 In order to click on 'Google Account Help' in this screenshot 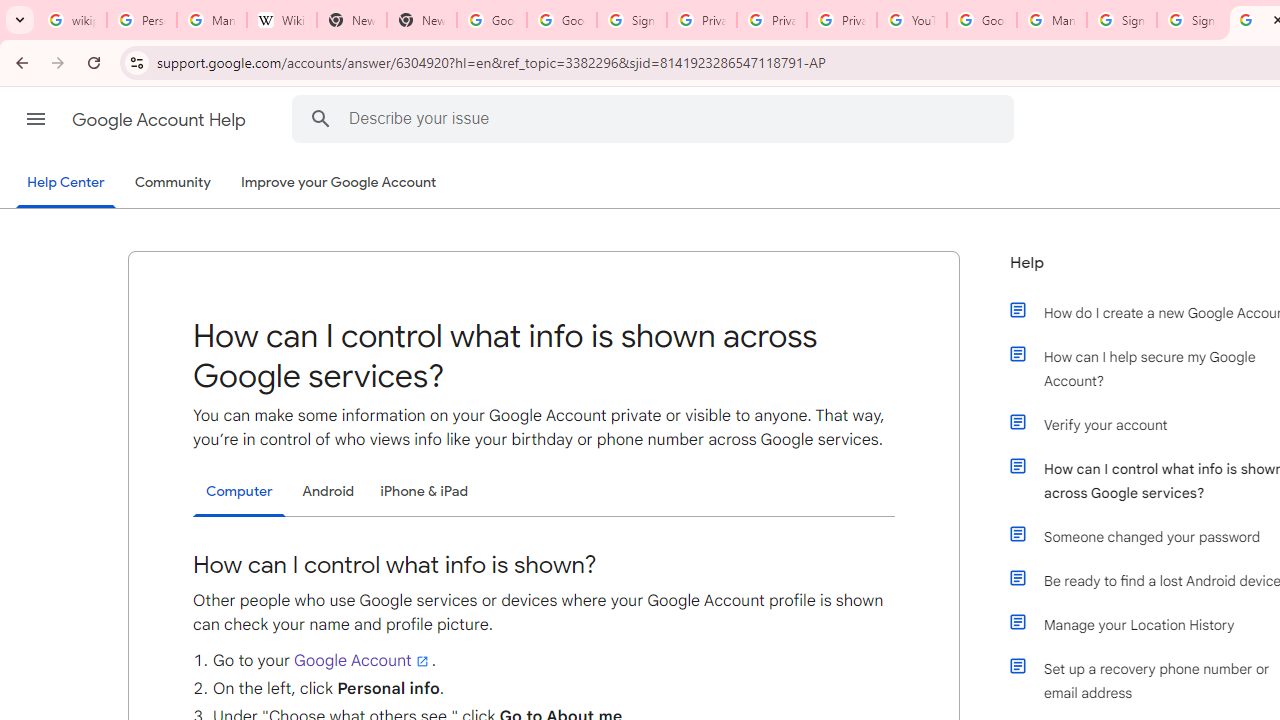, I will do `click(160, 119)`.